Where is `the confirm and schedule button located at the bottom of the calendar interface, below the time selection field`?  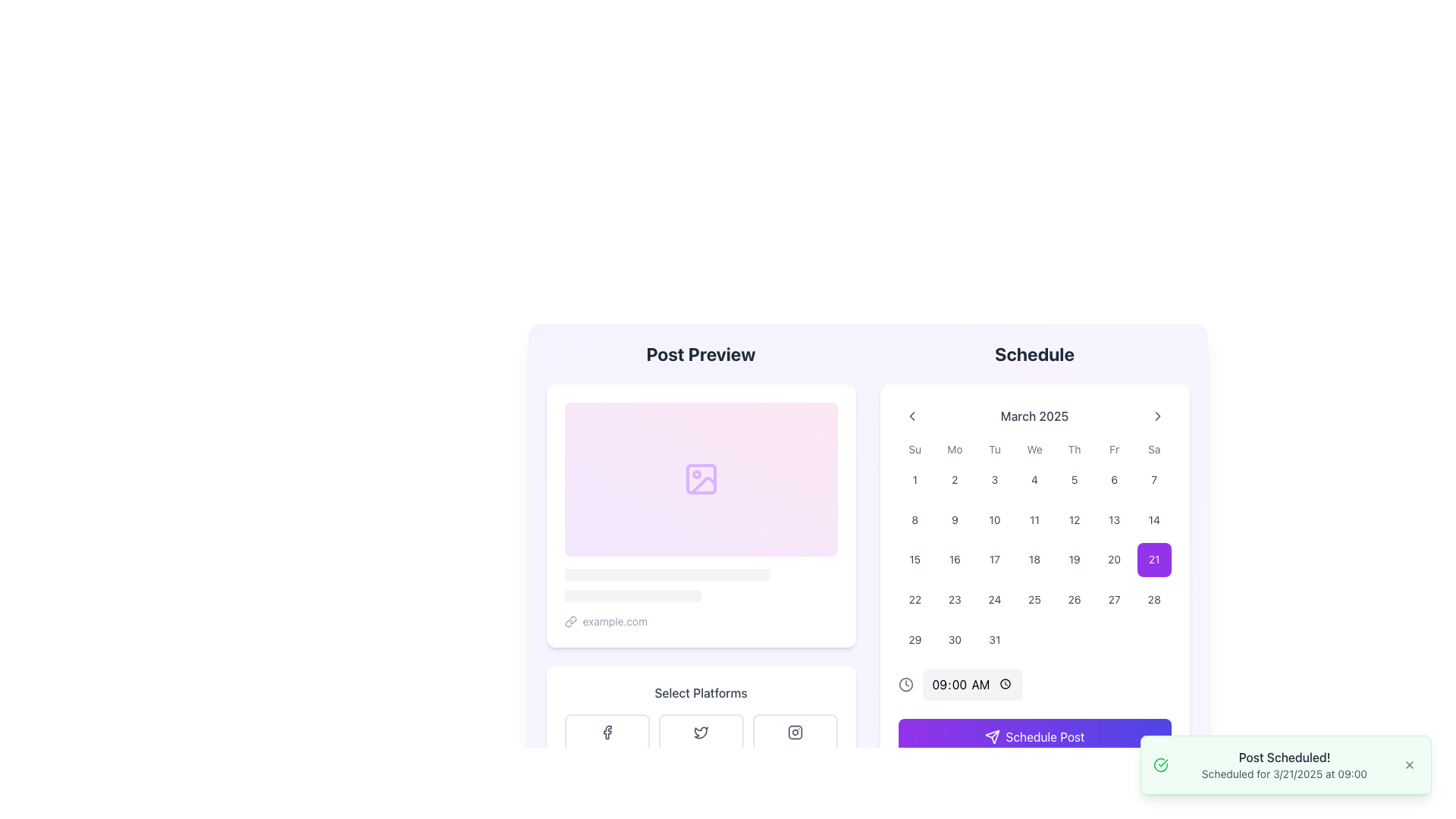 the confirm and schedule button located at the bottom of the calendar interface, below the time selection field is located at coordinates (1034, 736).